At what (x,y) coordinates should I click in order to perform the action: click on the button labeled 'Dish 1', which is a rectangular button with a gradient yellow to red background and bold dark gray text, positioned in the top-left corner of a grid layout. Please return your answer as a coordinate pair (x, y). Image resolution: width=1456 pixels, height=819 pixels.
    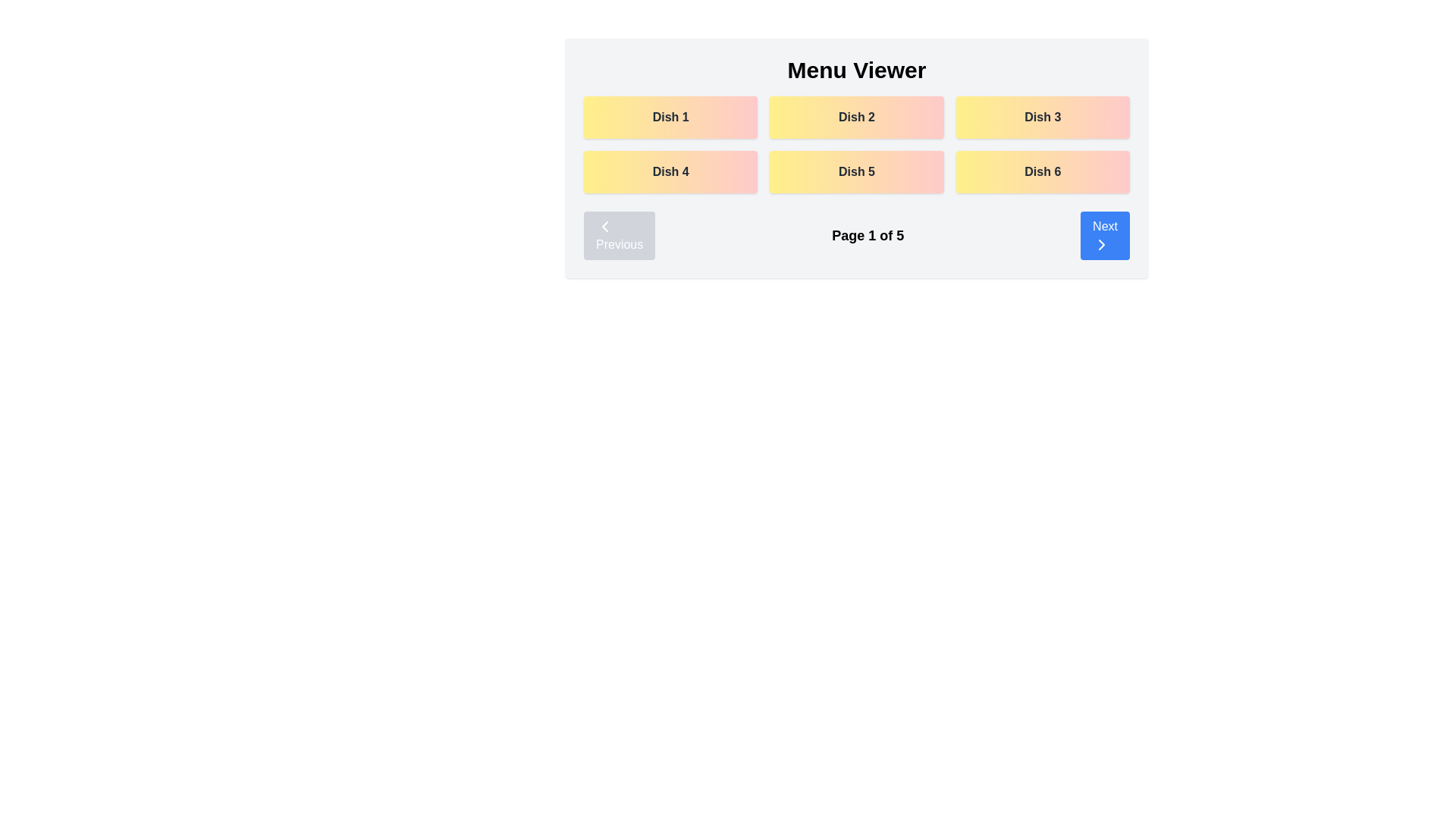
    Looking at the image, I should click on (670, 116).